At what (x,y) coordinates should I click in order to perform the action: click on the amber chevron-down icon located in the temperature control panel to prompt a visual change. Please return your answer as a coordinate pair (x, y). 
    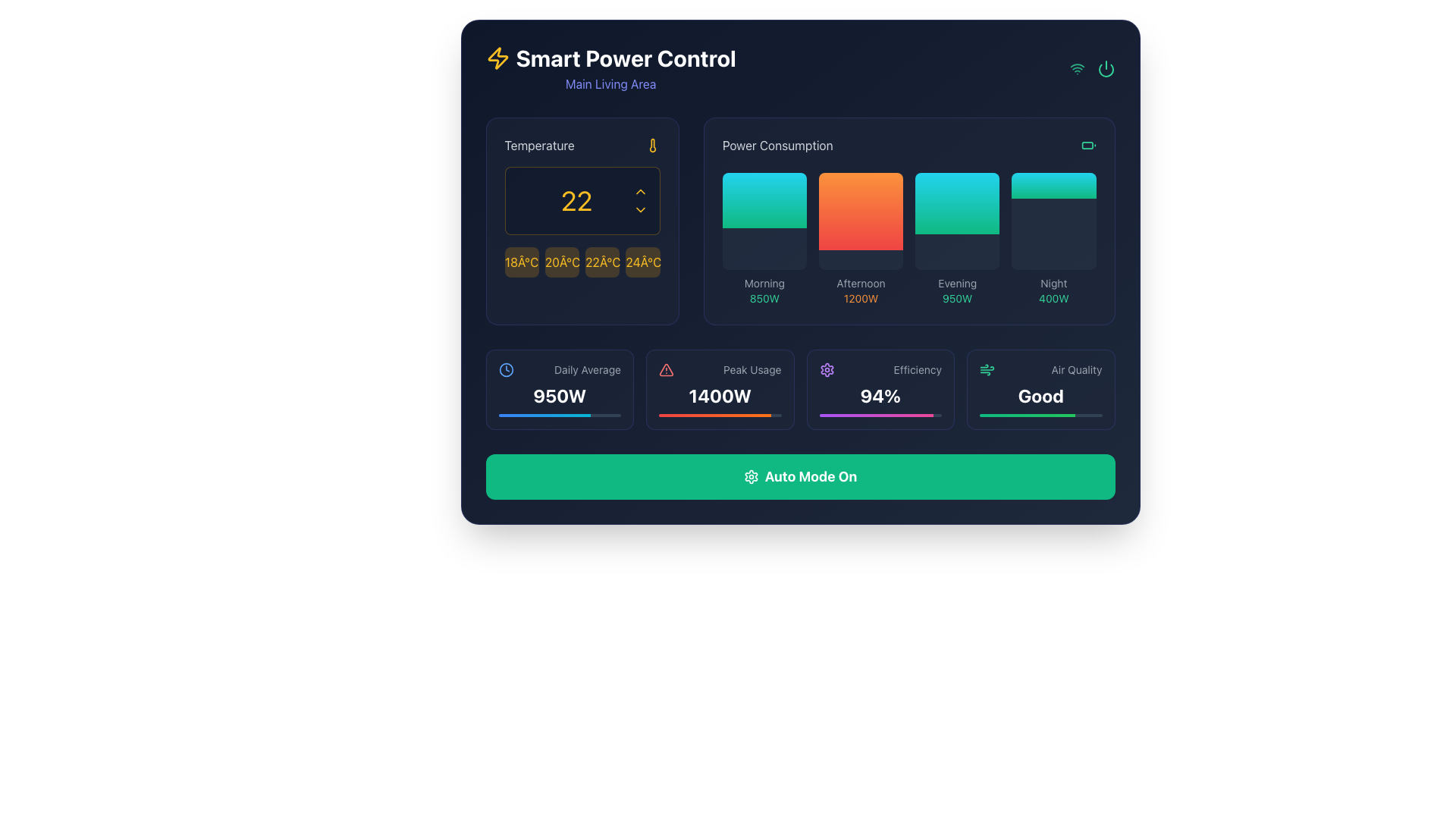
    Looking at the image, I should click on (640, 210).